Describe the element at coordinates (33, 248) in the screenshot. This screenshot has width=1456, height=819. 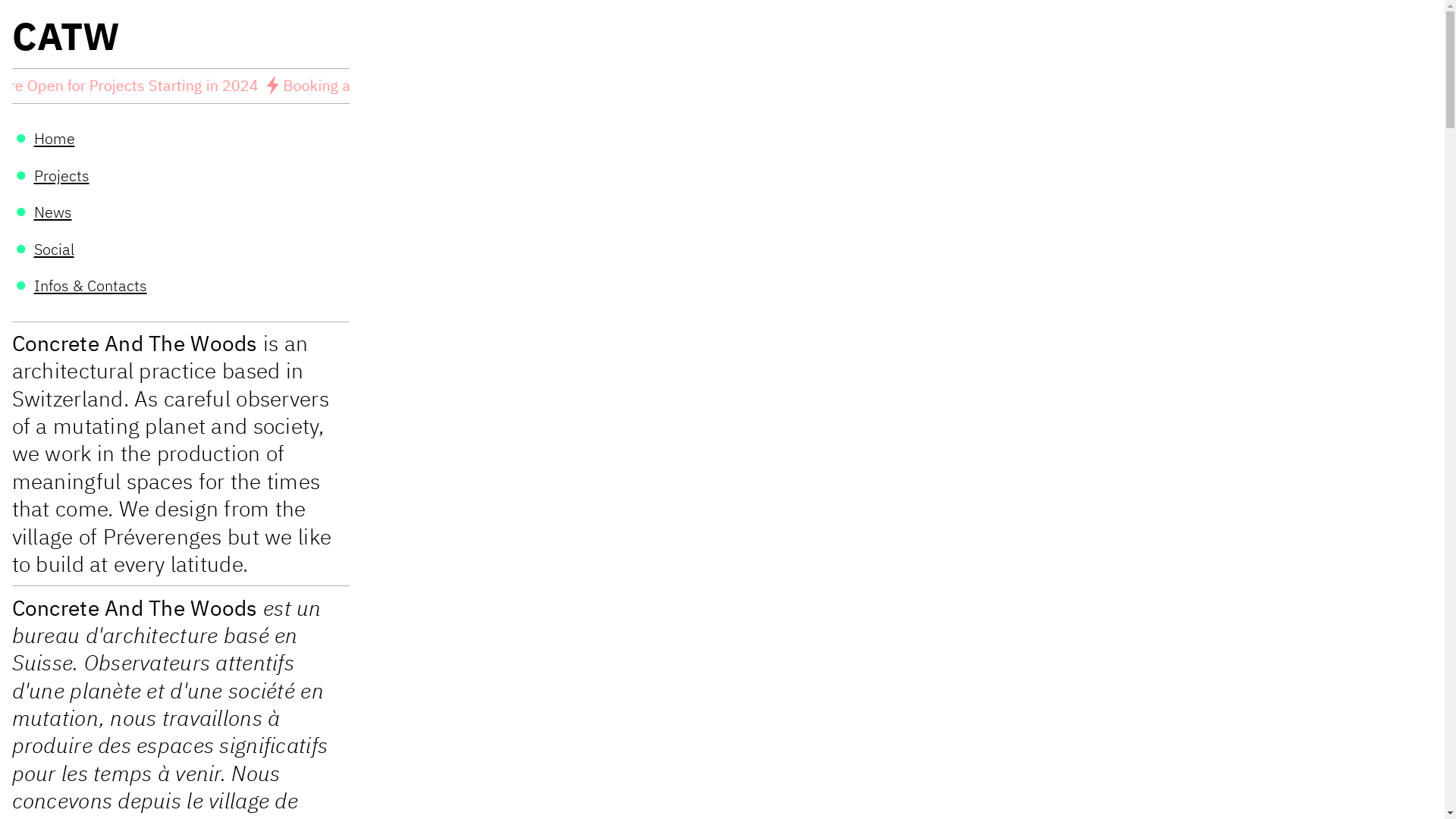
I see `'Social'` at that location.